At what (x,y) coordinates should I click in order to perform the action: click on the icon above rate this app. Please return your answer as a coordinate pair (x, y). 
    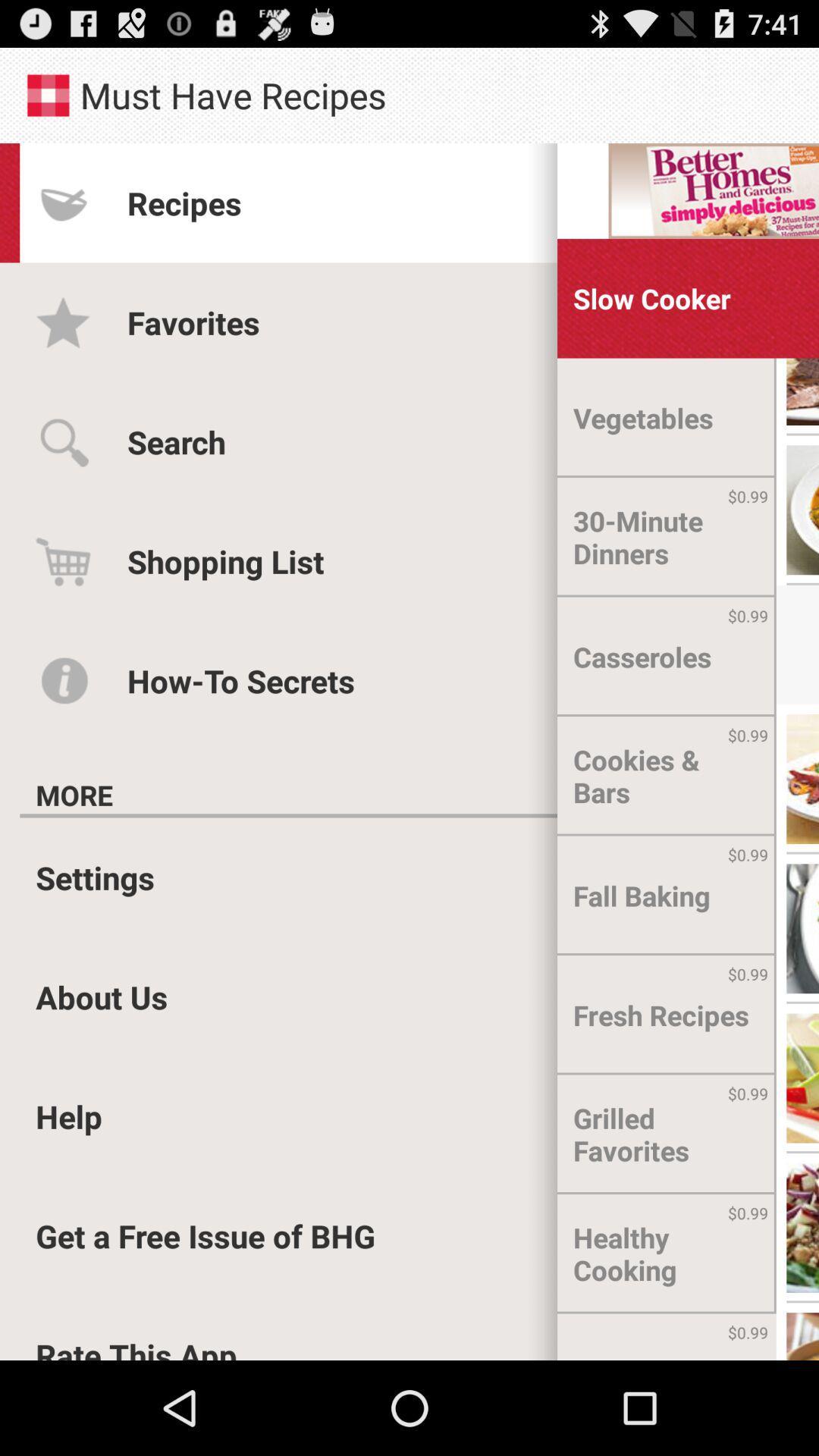
    Looking at the image, I should click on (206, 1235).